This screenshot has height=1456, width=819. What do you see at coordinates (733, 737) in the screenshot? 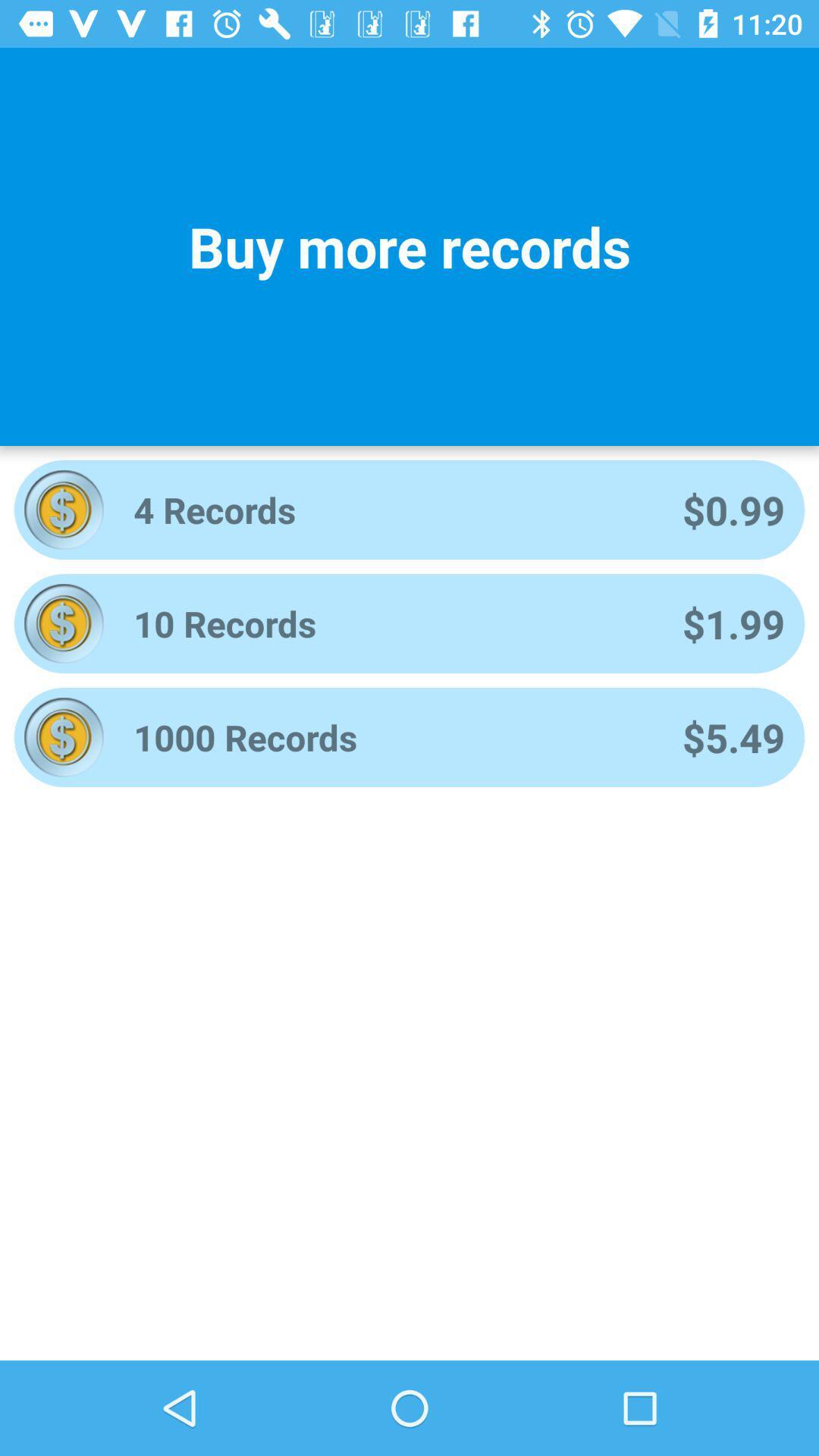
I see `the item next to the 1000 records app` at bounding box center [733, 737].